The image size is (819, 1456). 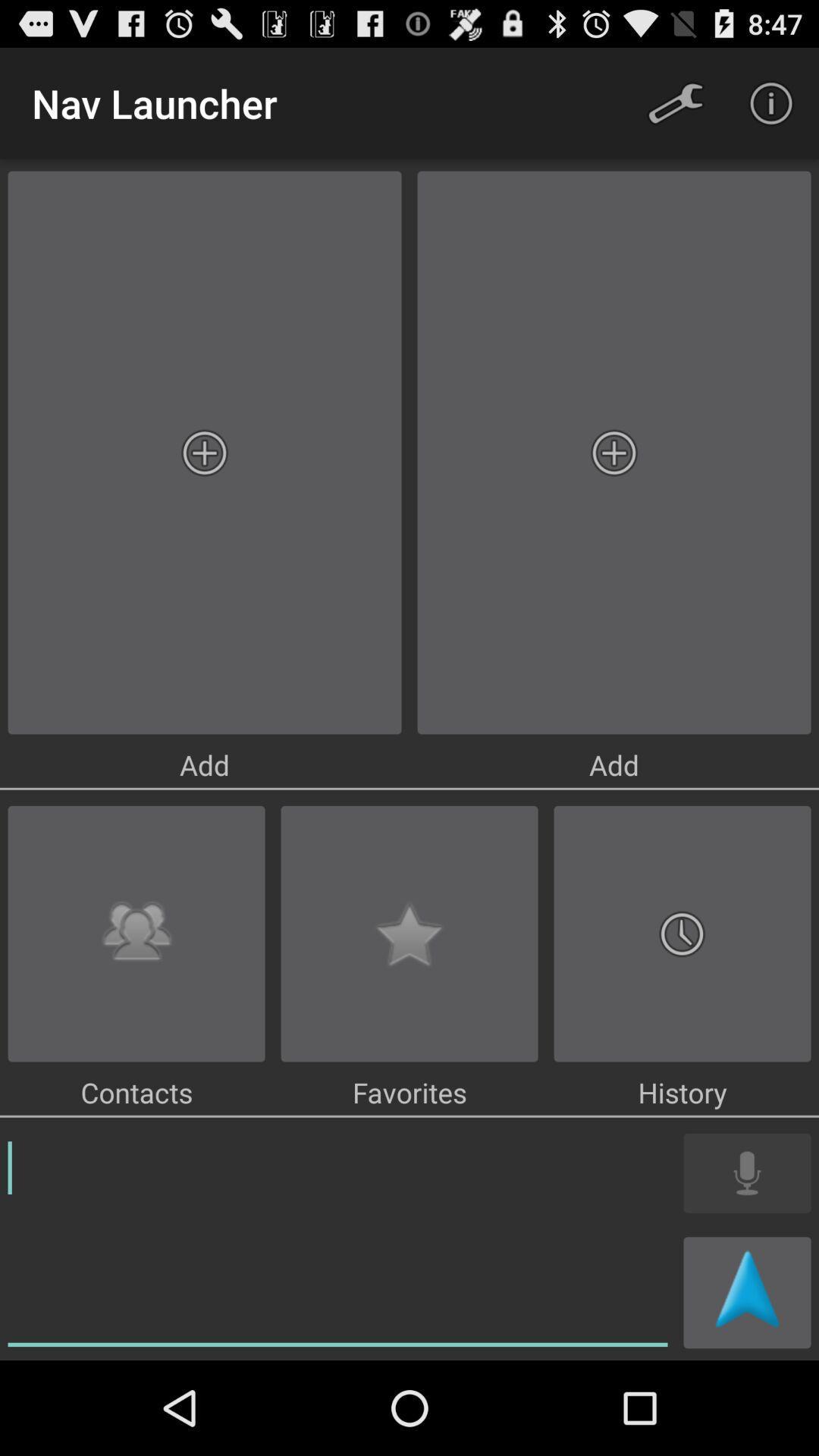 I want to click on address, so click(x=337, y=1241).